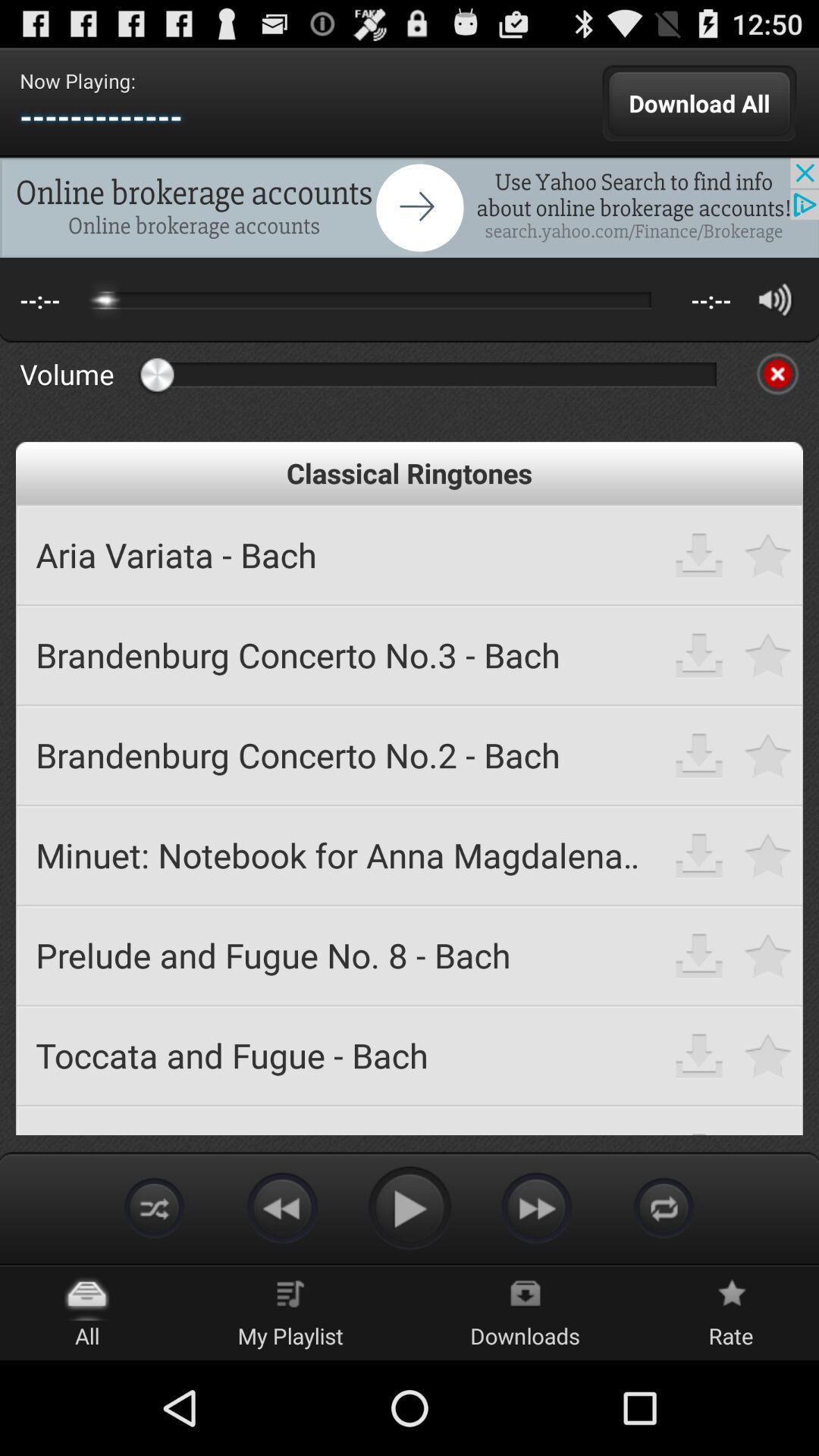 Image resolution: width=819 pixels, height=1456 pixels. Describe the element at coordinates (699, 654) in the screenshot. I see `download file` at that location.